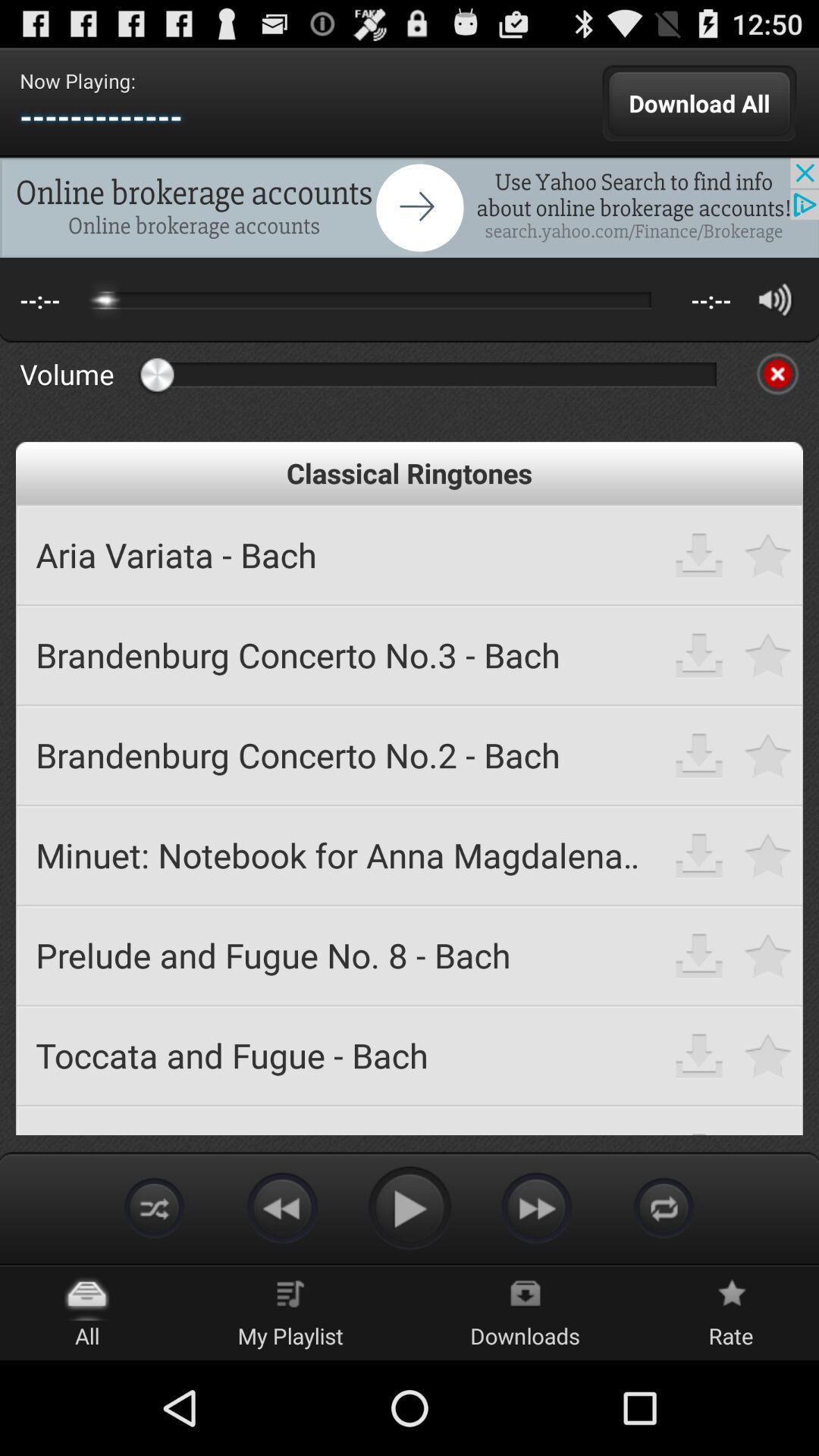 Image resolution: width=819 pixels, height=1456 pixels. Describe the element at coordinates (699, 654) in the screenshot. I see `download file` at that location.